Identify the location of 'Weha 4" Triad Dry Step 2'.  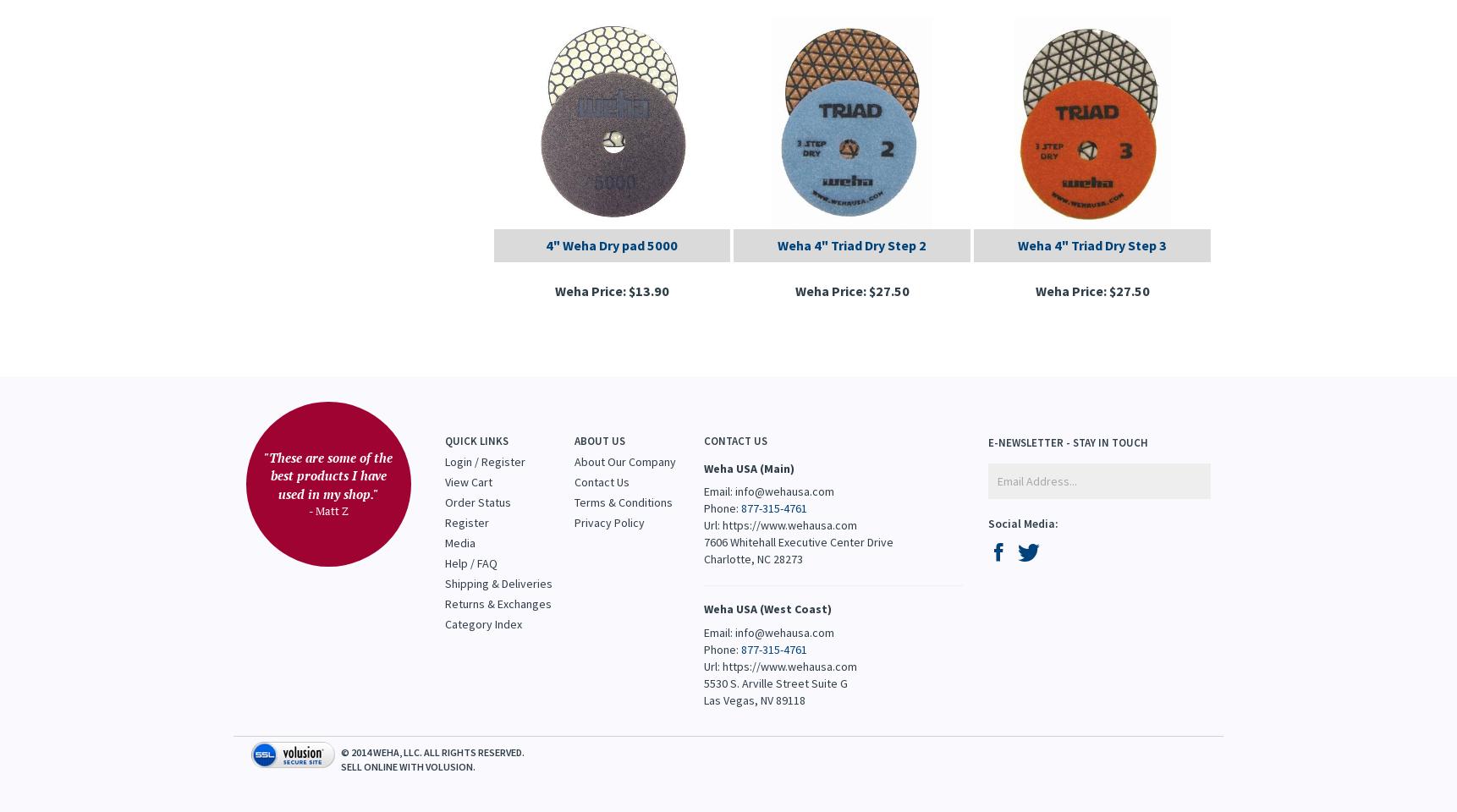
(852, 243).